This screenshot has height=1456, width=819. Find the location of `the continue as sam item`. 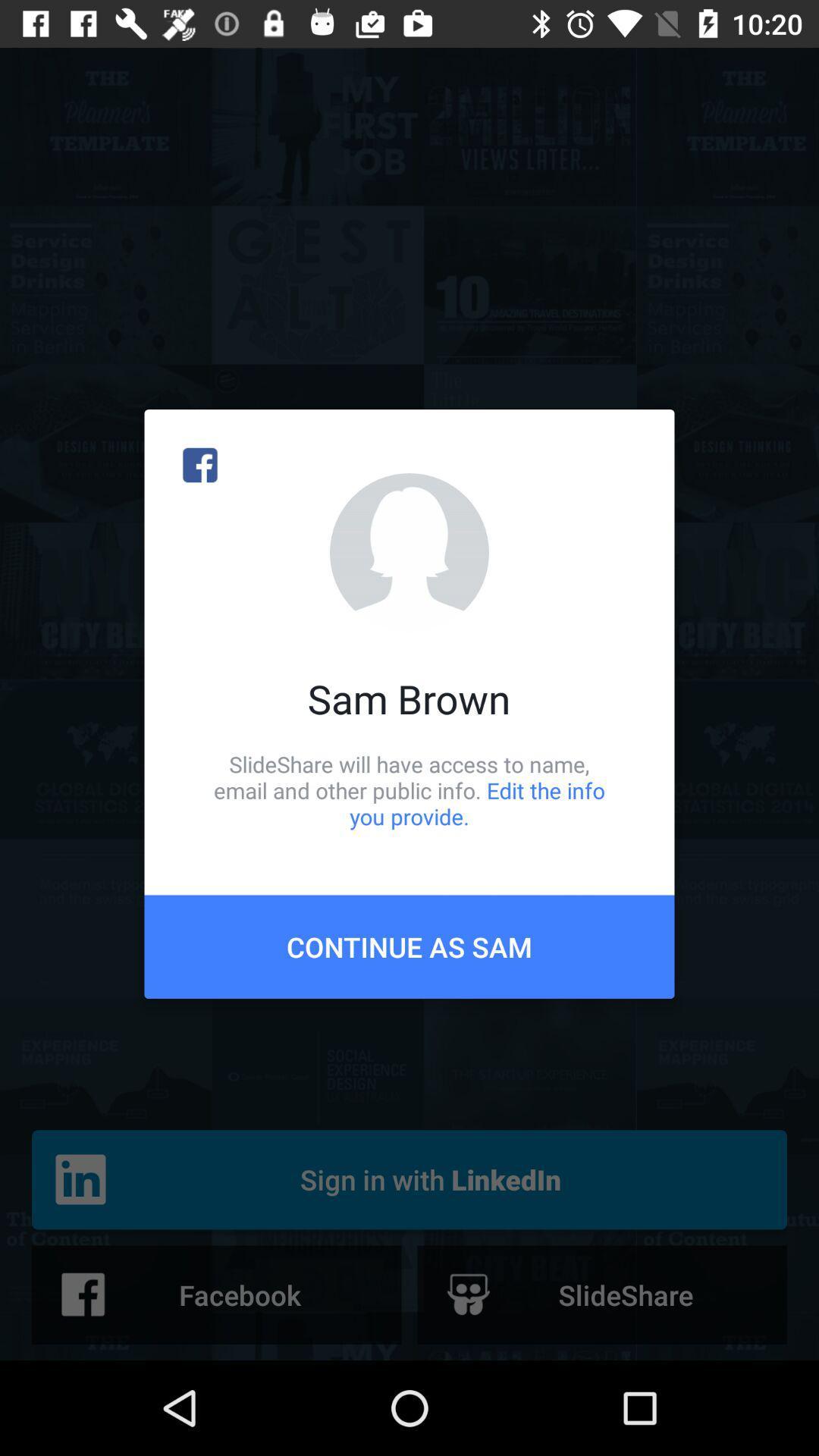

the continue as sam item is located at coordinates (409, 946).